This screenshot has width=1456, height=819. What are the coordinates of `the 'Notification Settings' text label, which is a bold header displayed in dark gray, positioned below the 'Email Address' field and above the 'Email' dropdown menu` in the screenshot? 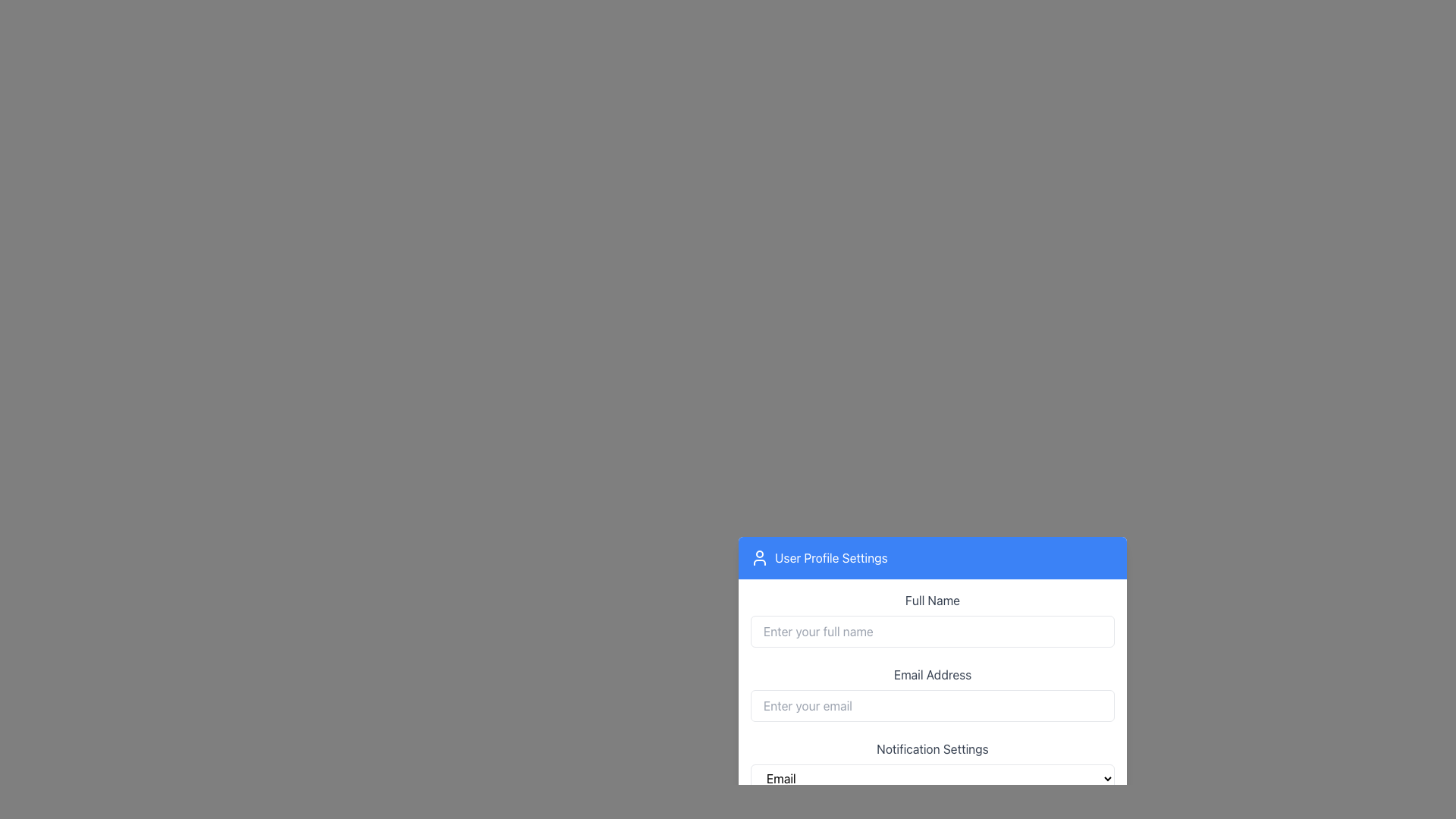 It's located at (931, 748).